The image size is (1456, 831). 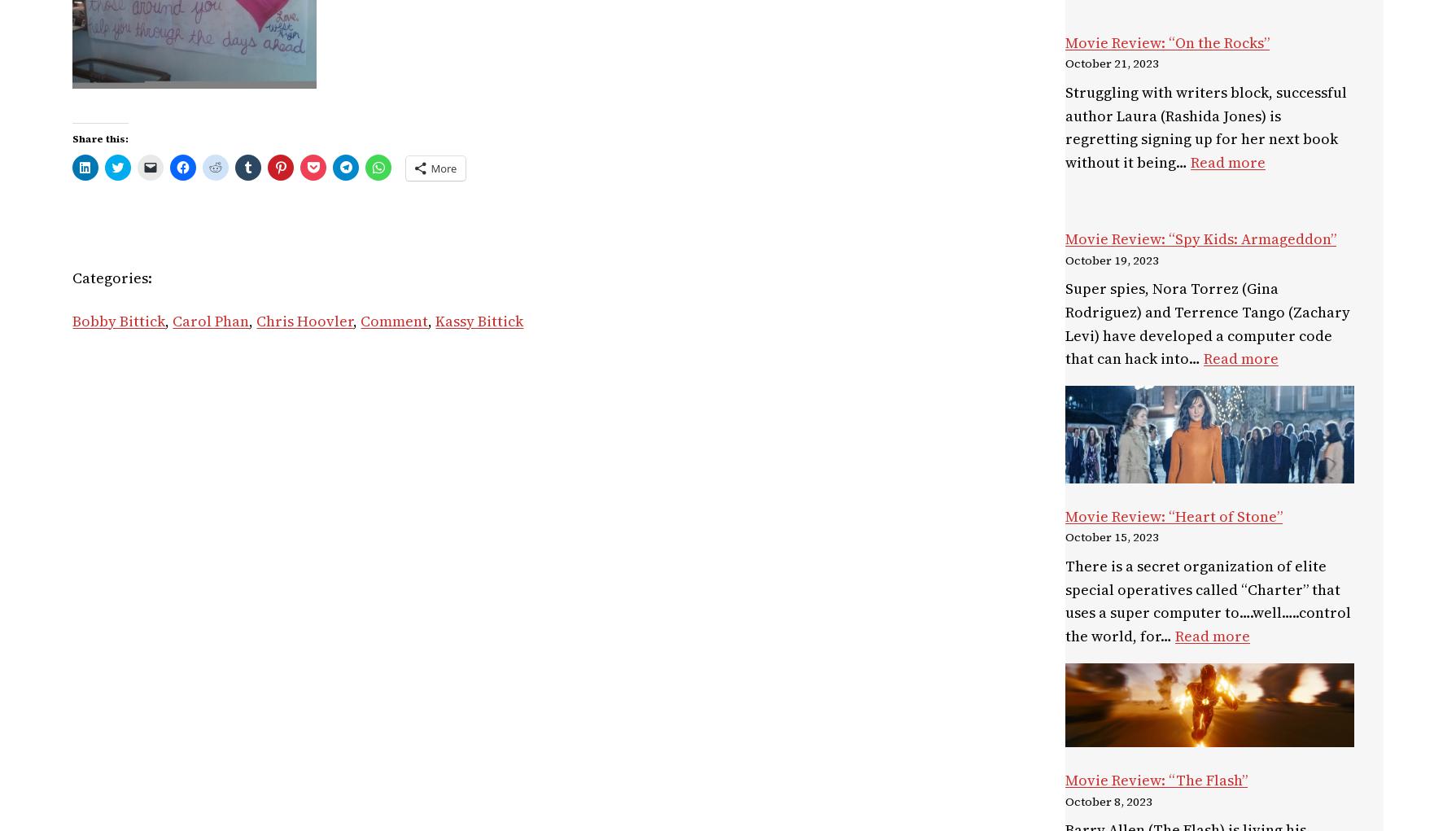 I want to click on 'Chris Hoovler', so click(x=256, y=320).